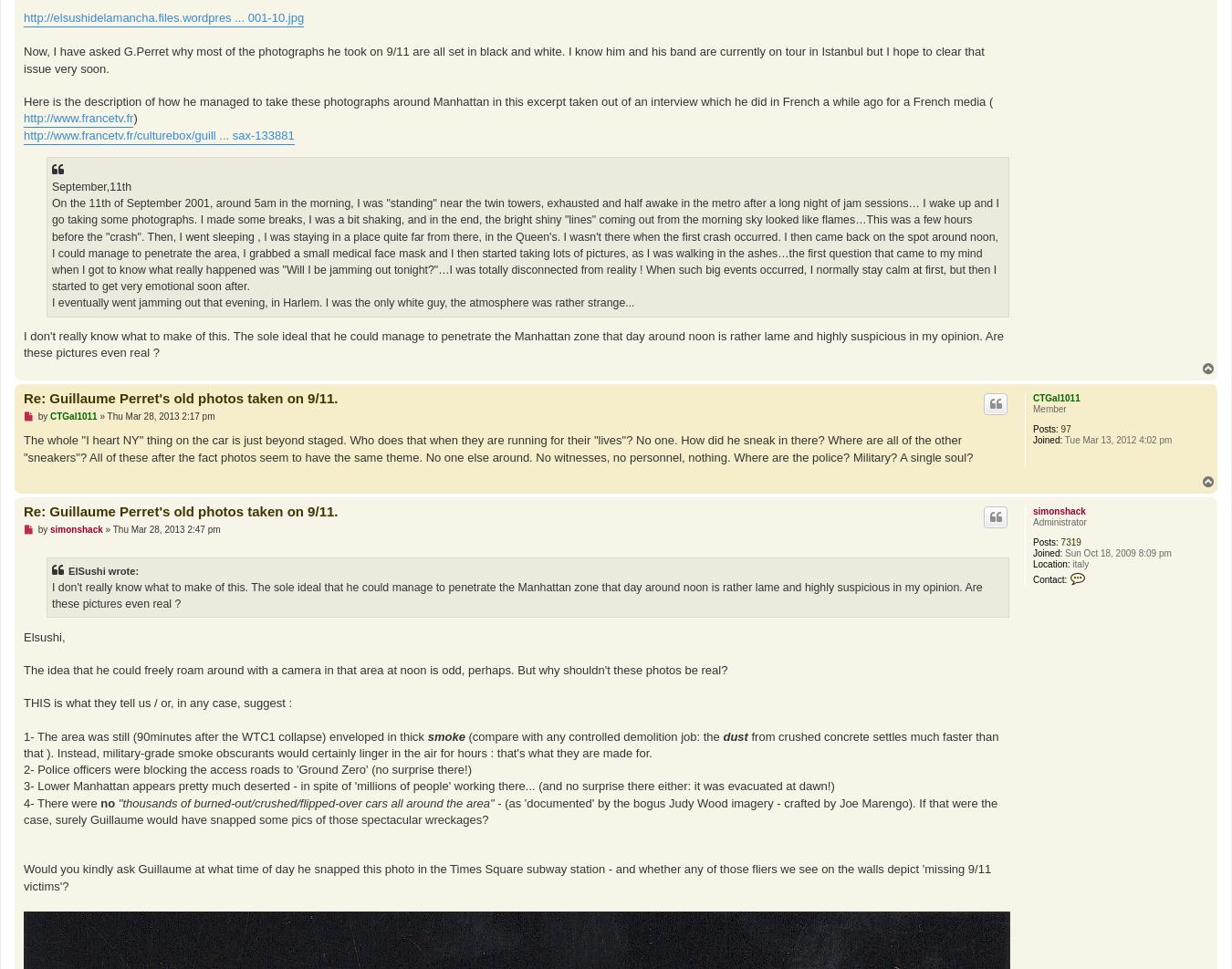 The image size is (1232, 969). What do you see at coordinates (427, 785) in the screenshot?
I see `'3- Lower Manhattan appears pretty much deserted - in spite of 'millions of people' working there... (and no surprise there either: it was evacuated at dawn!)'` at bounding box center [427, 785].